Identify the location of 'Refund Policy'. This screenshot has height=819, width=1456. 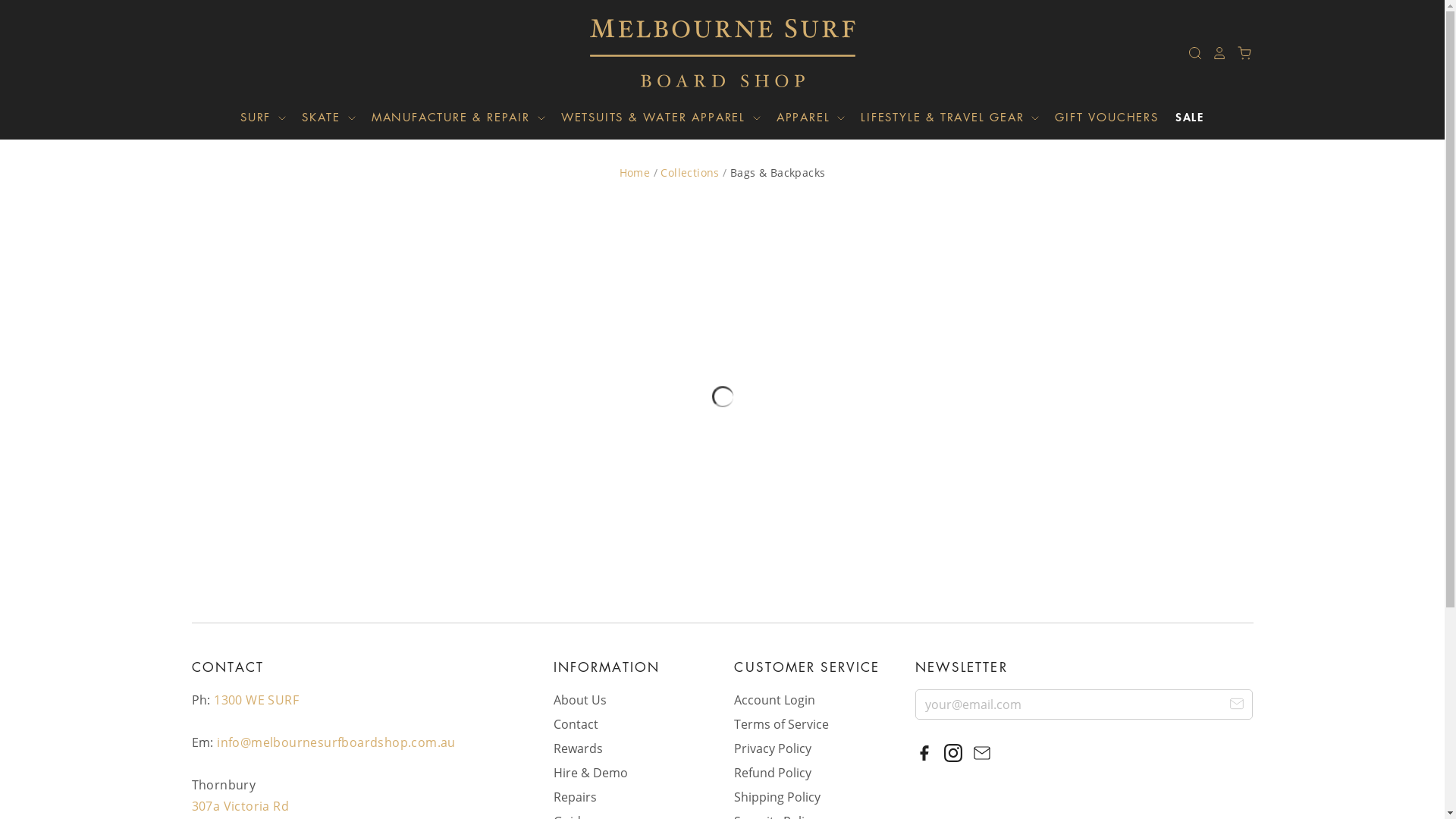
(734, 772).